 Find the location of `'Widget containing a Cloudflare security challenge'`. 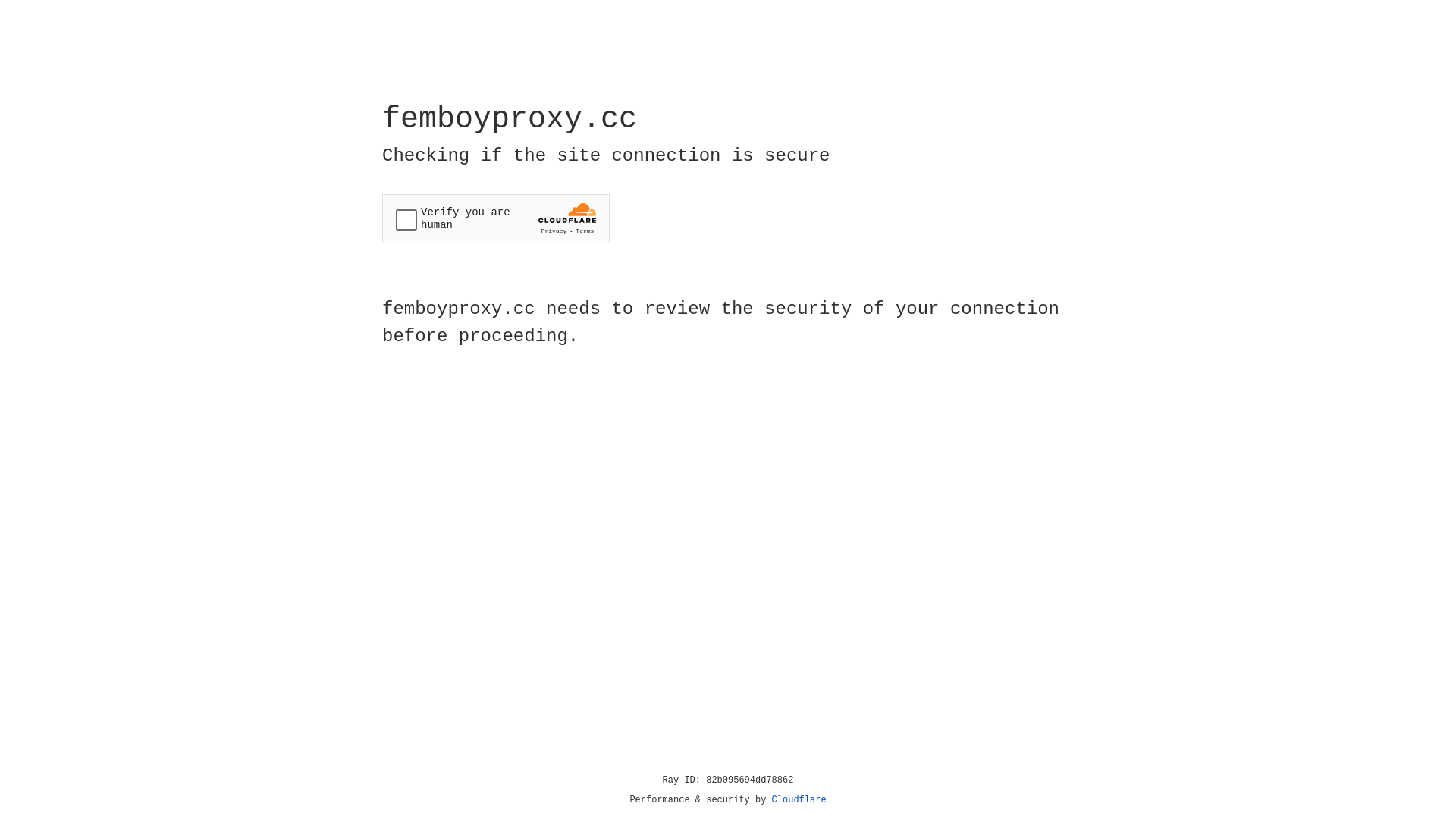

'Widget containing a Cloudflare security challenge' is located at coordinates (495, 218).